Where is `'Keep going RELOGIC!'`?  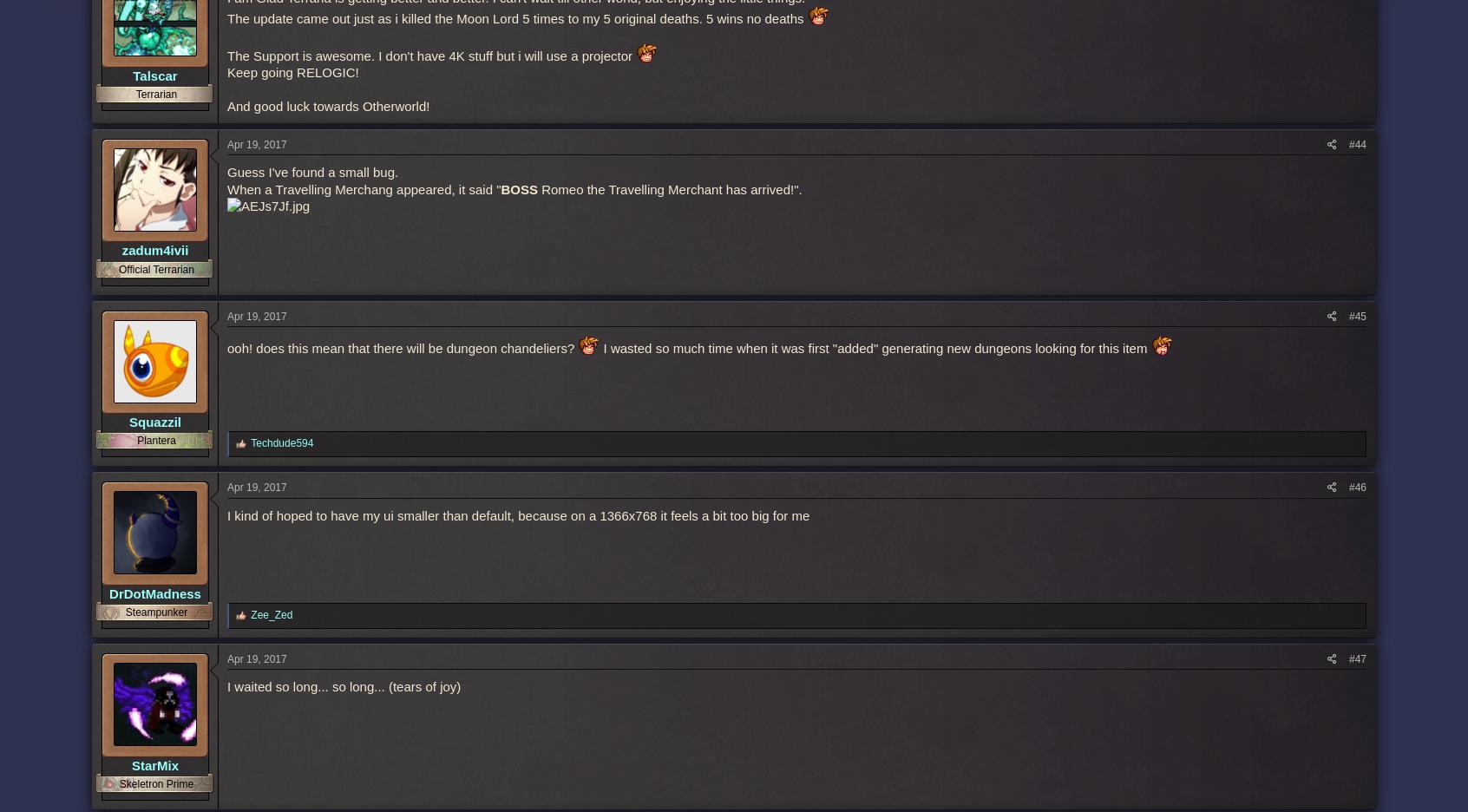 'Keep going RELOGIC!' is located at coordinates (292, 71).